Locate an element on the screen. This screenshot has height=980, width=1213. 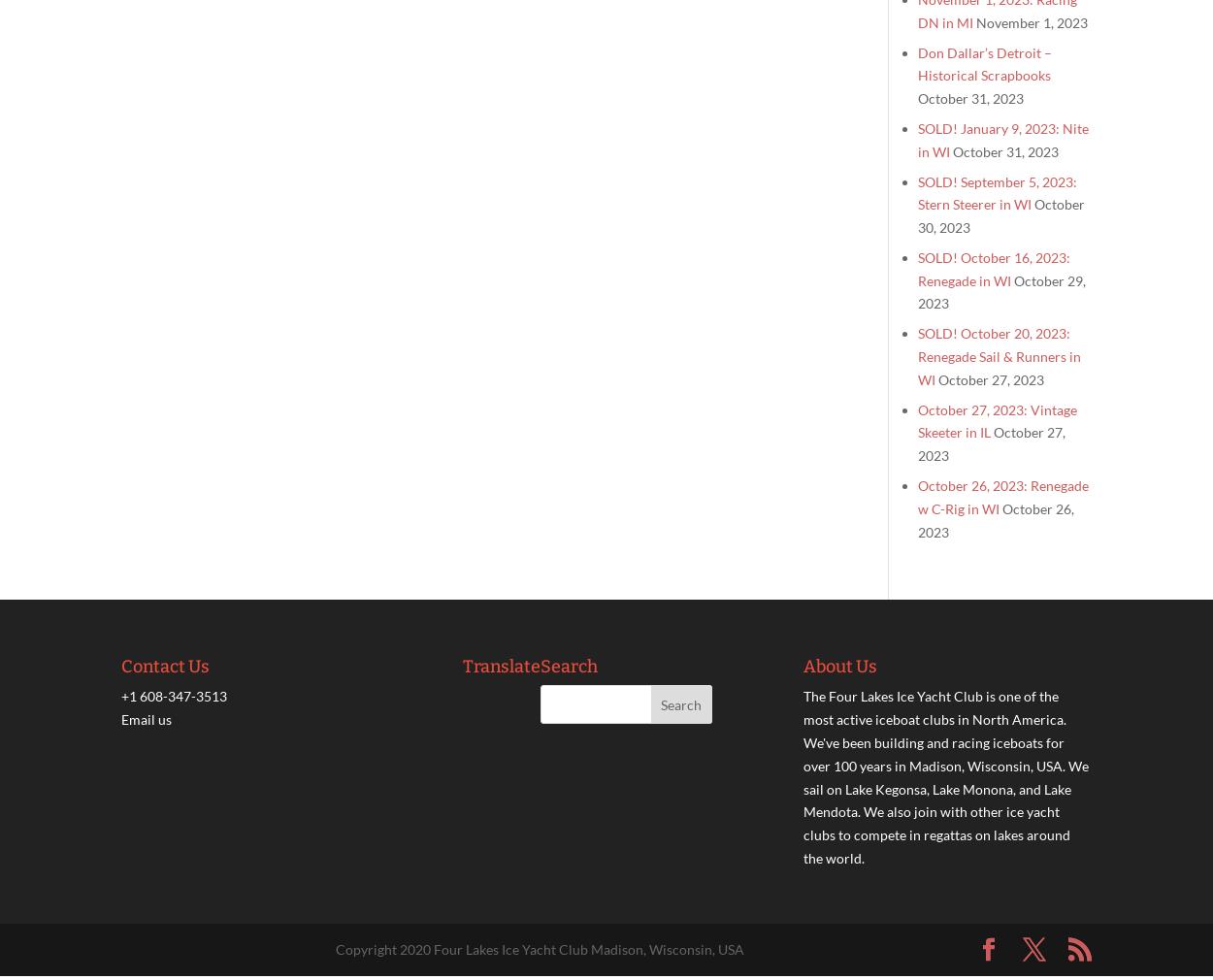
'Translate' is located at coordinates (461, 666).